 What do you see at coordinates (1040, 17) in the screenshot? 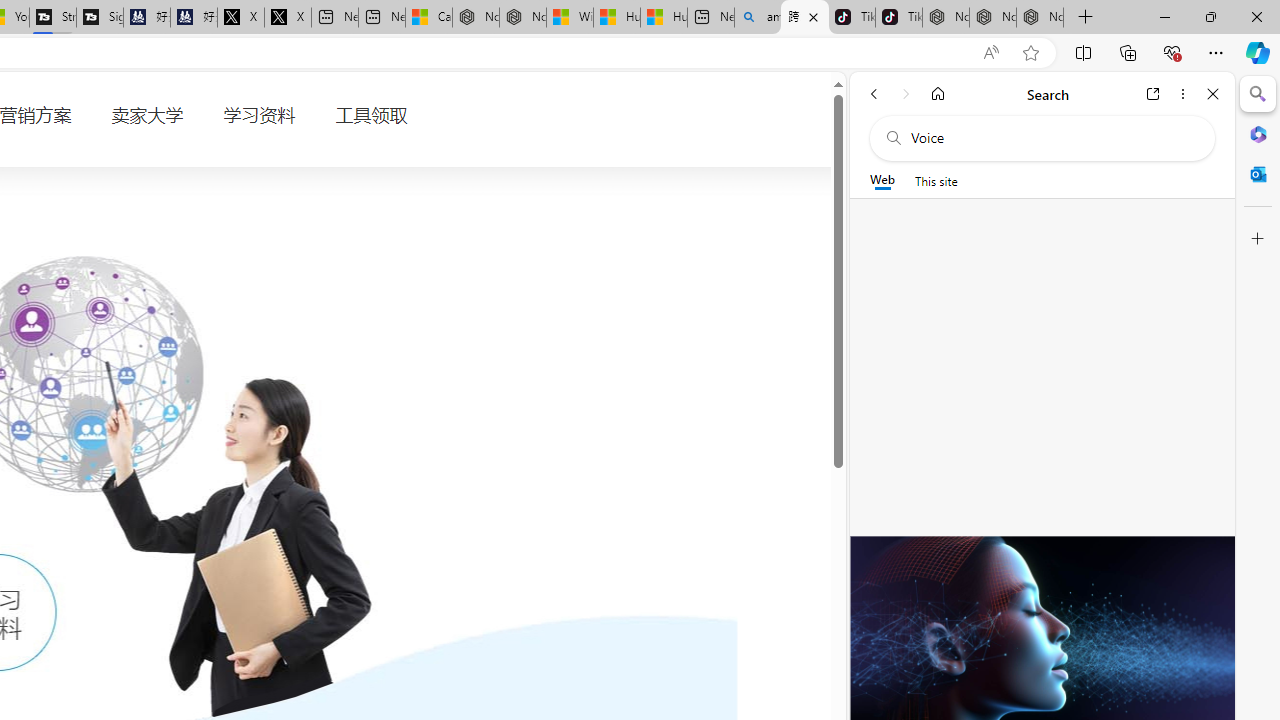
I see `'Nordace - Siena Pro 15 Essential Set'` at bounding box center [1040, 17].